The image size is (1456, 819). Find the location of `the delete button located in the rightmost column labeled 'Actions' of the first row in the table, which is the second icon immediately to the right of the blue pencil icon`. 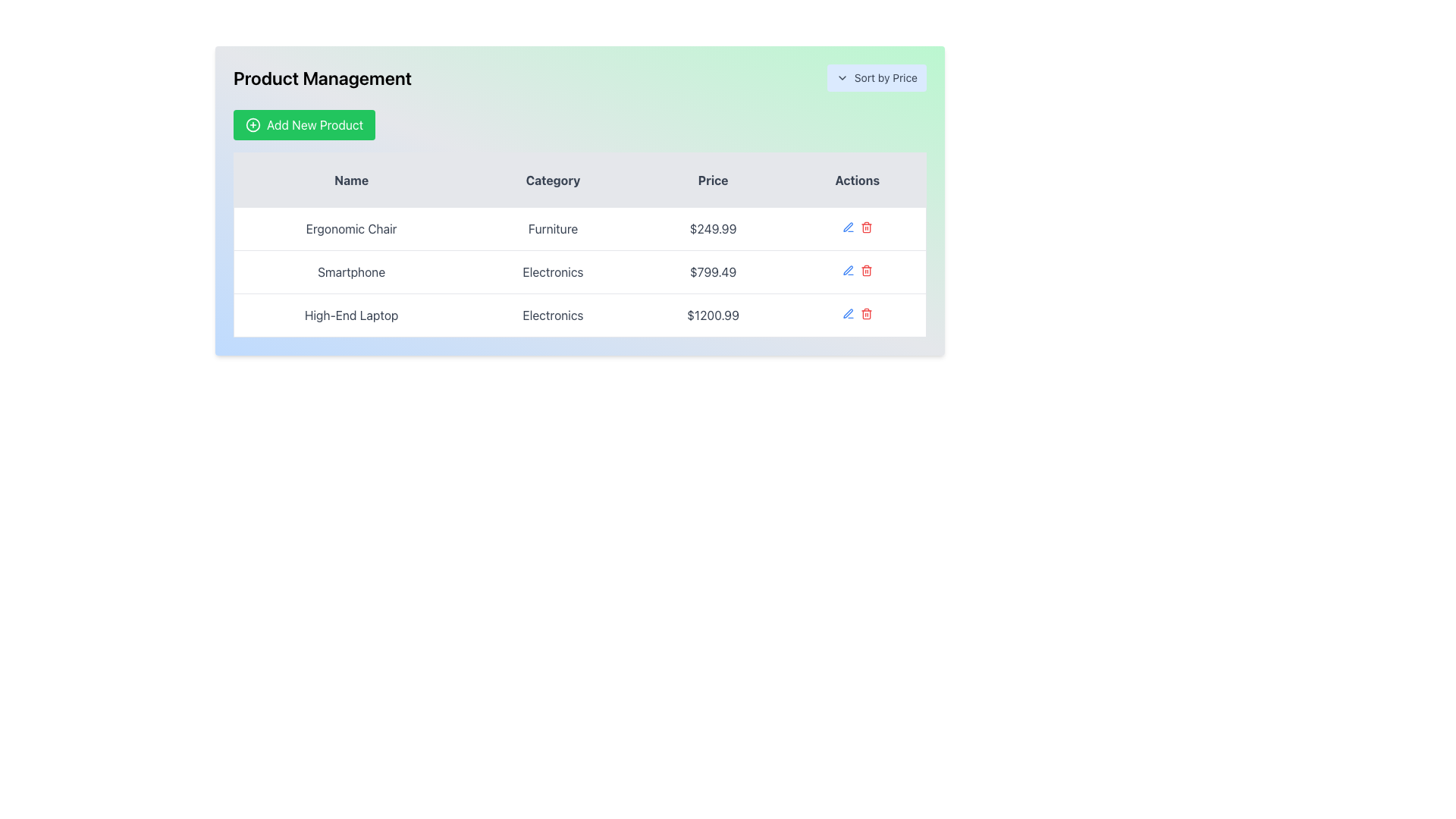

the delete button located in the rightmost column labeled 'Actions' of the first row in the table, which is the second icon immediately to the right of the blue pencil icon is located at coordinates (866, 227).